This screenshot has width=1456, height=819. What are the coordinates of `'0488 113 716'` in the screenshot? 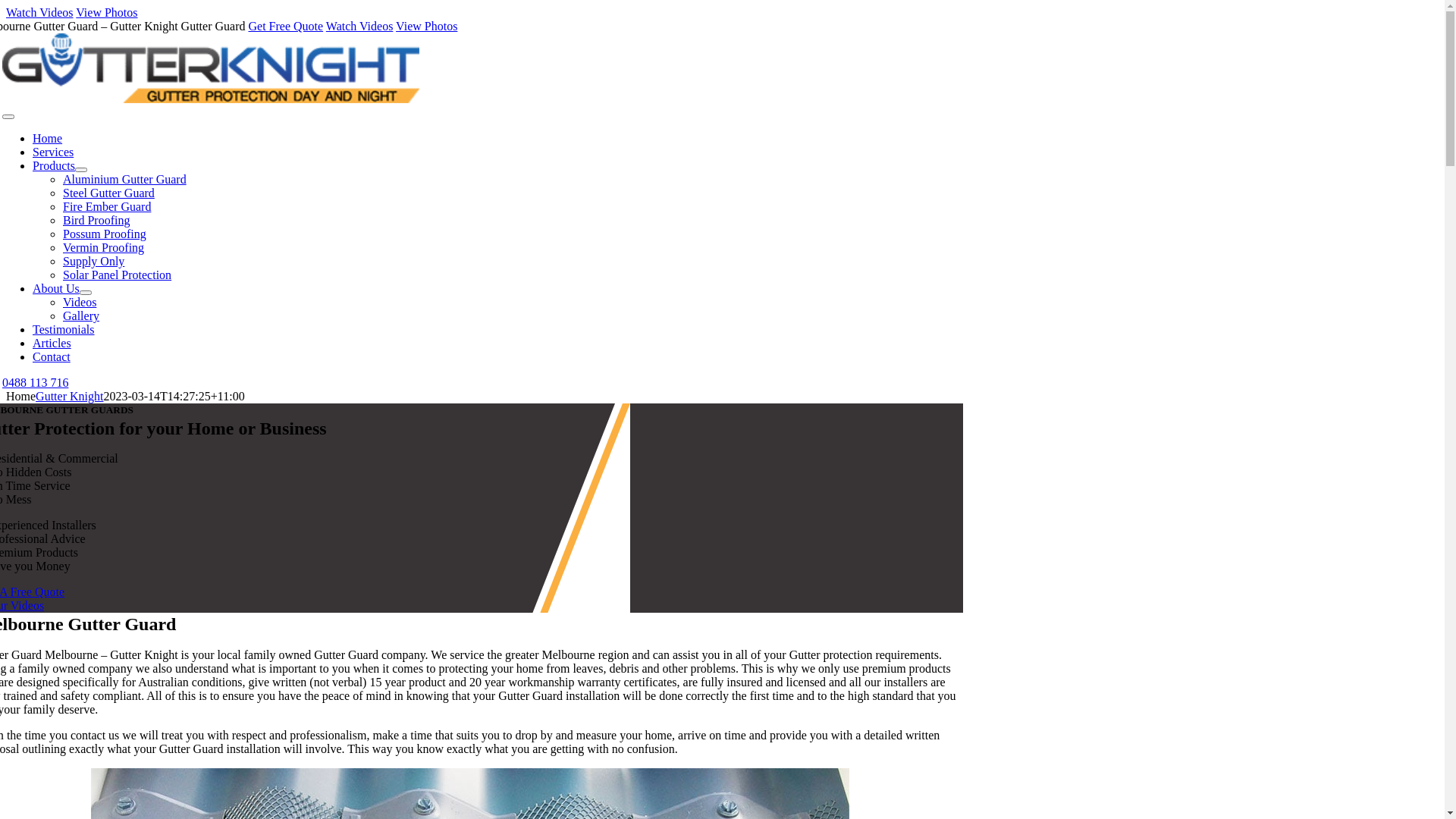 It's located at (35, 381).